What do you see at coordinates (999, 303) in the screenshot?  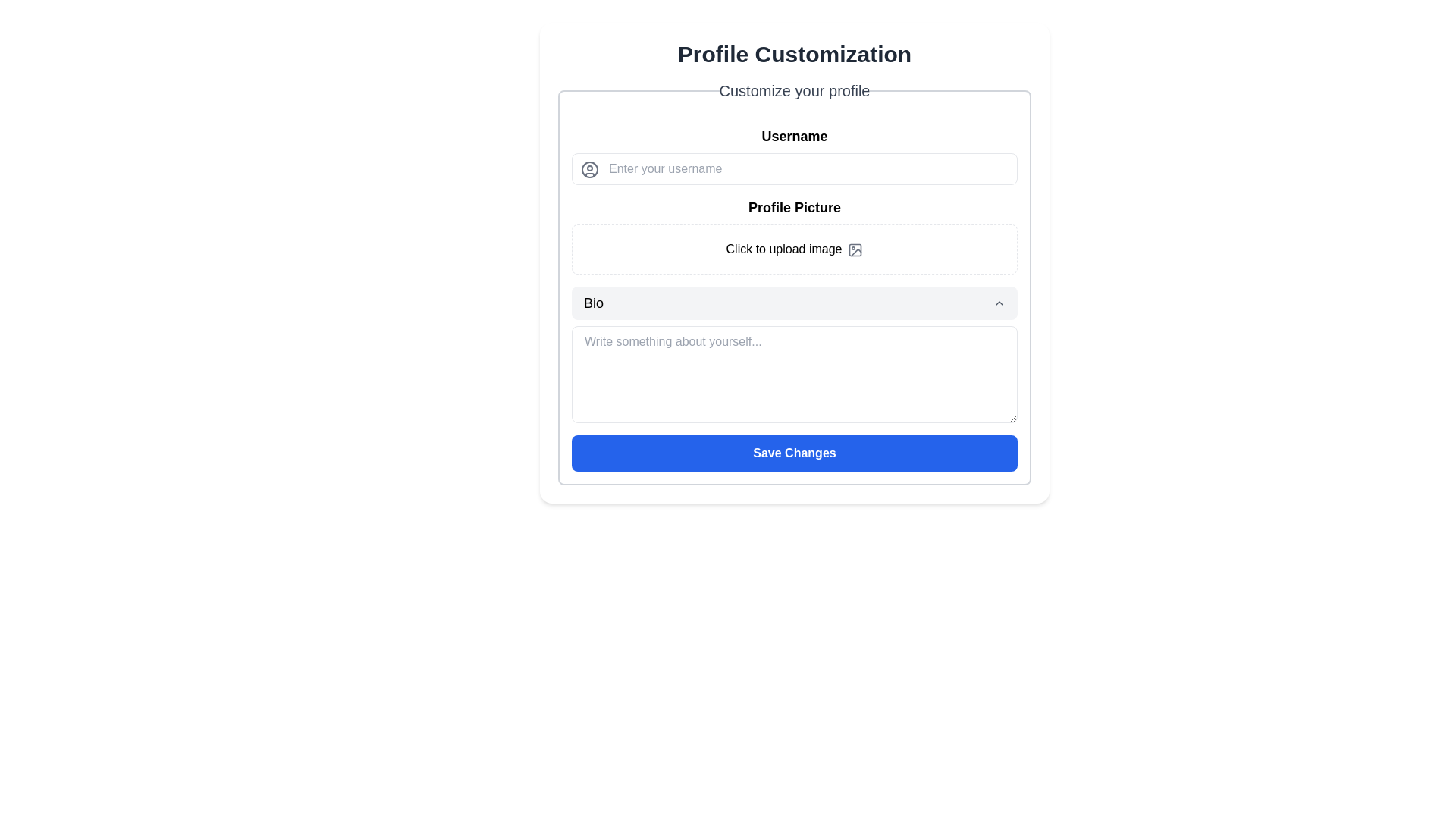 I see `the upward-pointing arrow icon adjacent to the 'Bio' label in the menu item` at bounding box center [999, 303].